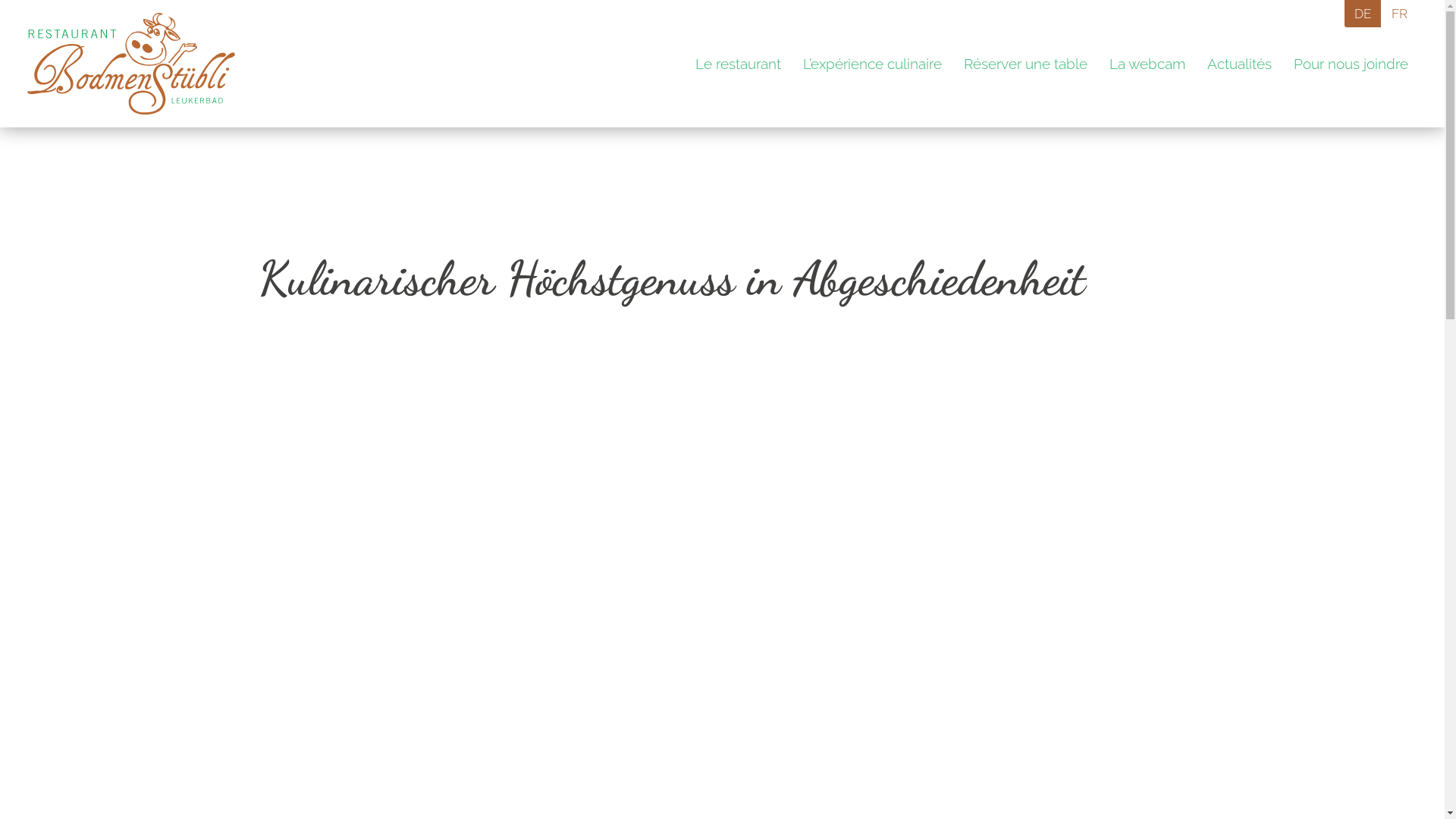  What do you see at coordinates (1398, 14) in the screenshot?
I see `'FR'` at bounding box center [1398, 14].